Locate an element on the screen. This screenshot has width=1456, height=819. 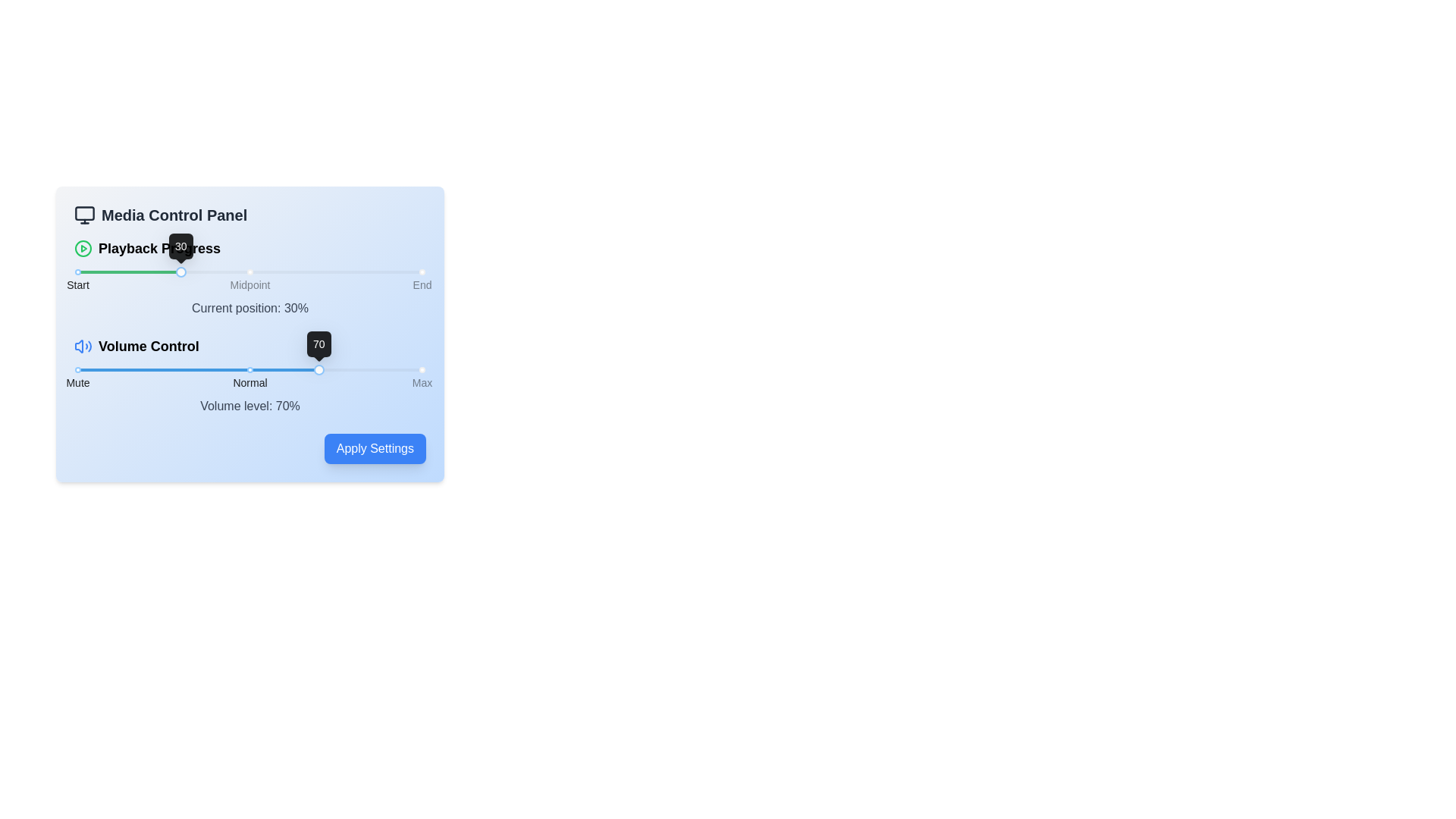
the volume is located at coordinates (85, 370).